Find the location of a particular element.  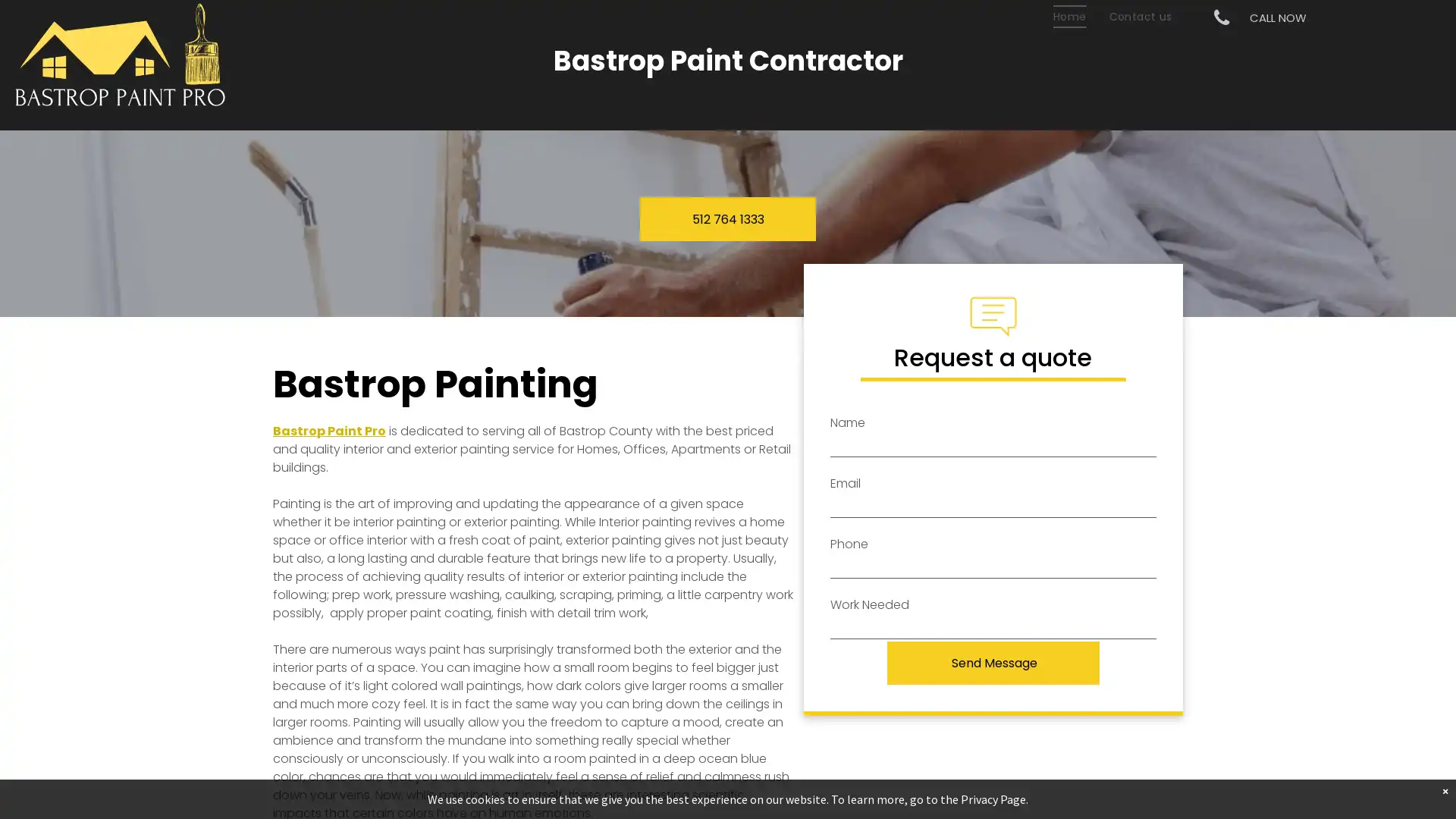

Send Message is located at coordinates (994, 662).